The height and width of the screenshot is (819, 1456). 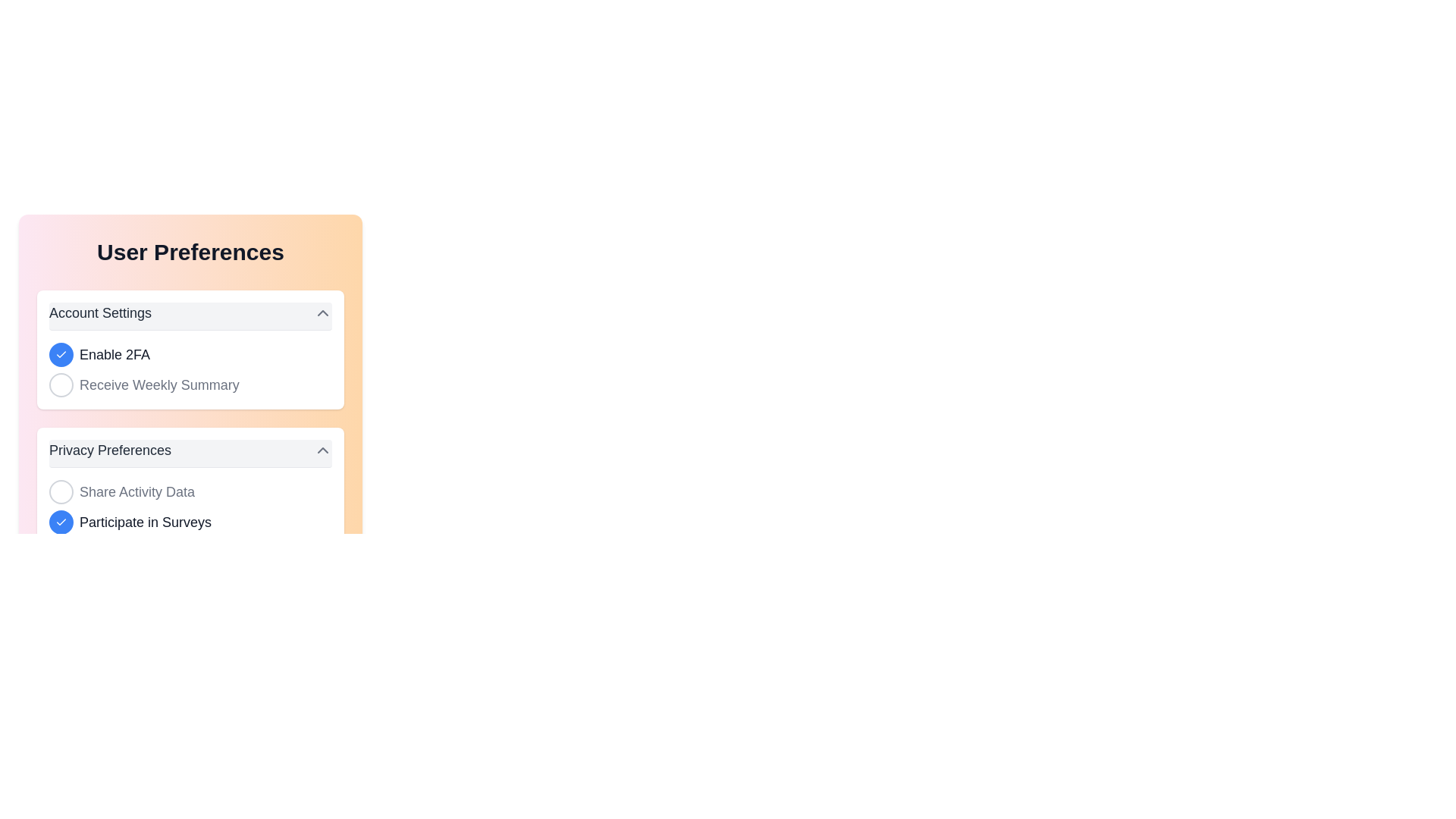 I want to click on the checkbox (circular design) for 'Participate in Surveys', so click(x=61, y=522).